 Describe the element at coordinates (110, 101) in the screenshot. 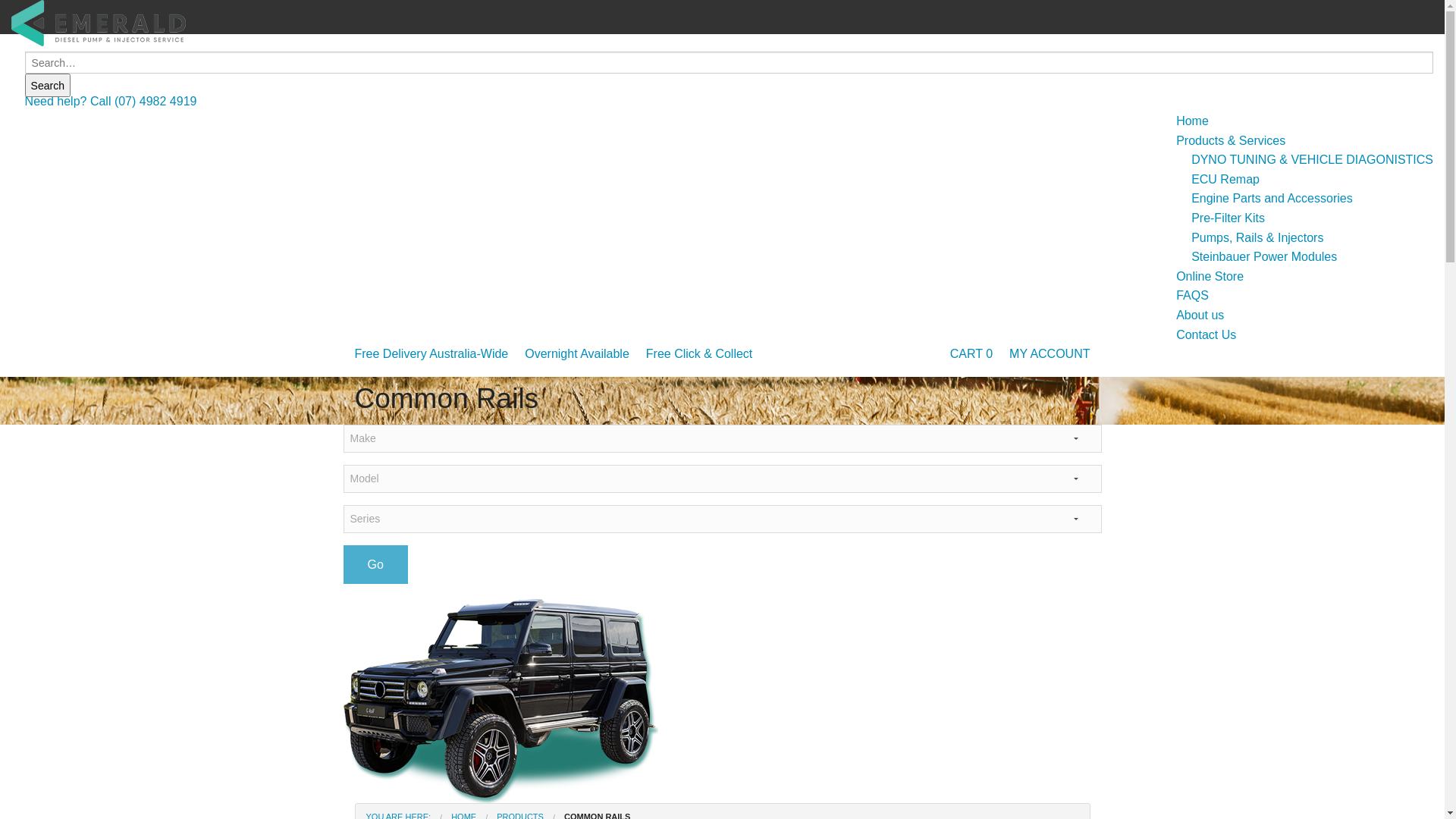

I see `'Need help? Call (07) 4982 4919'` at that location.